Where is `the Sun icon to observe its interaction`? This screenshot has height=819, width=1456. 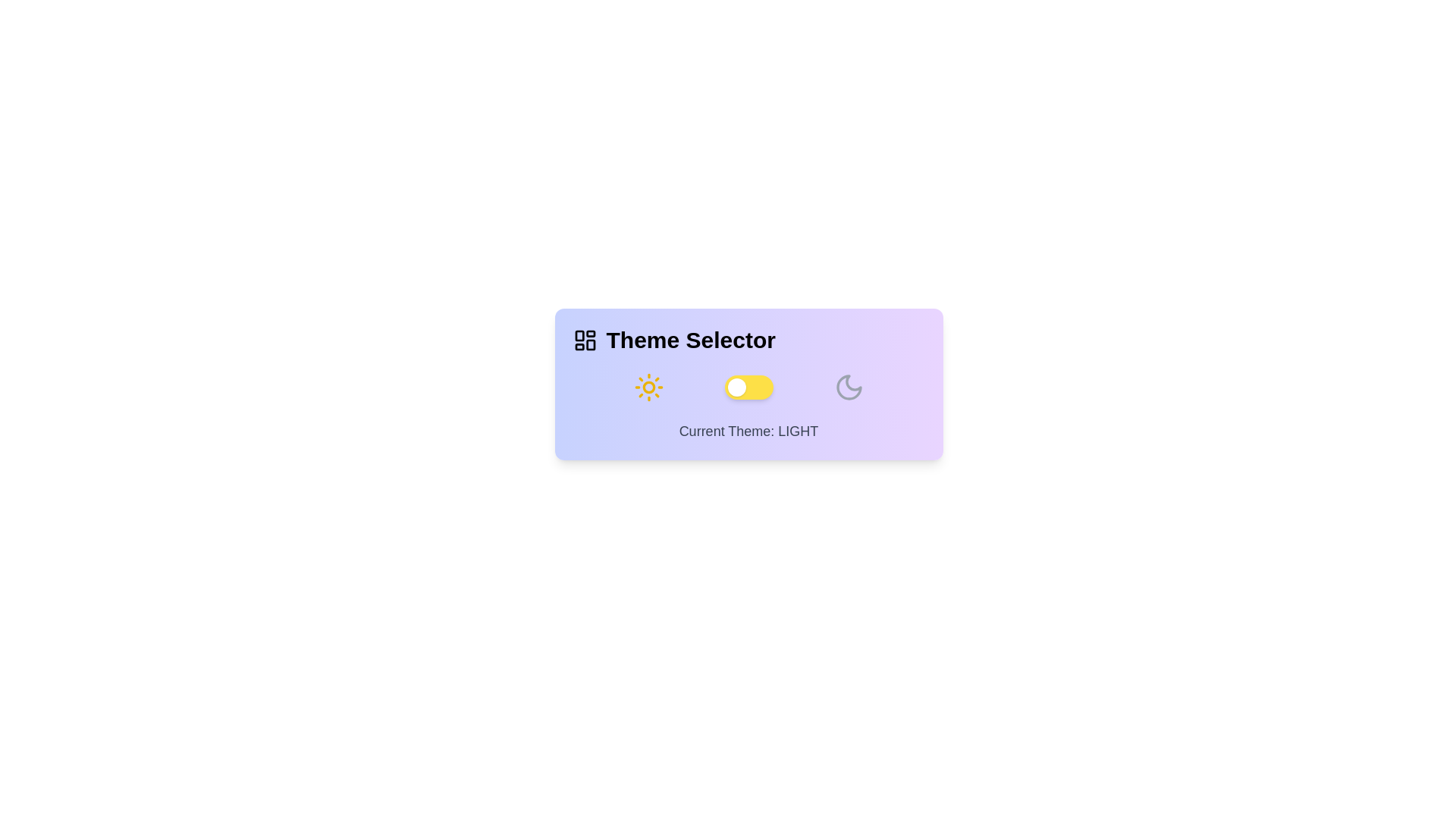 the Sun icon to observe its interaction is located at coordinates (648, 386).